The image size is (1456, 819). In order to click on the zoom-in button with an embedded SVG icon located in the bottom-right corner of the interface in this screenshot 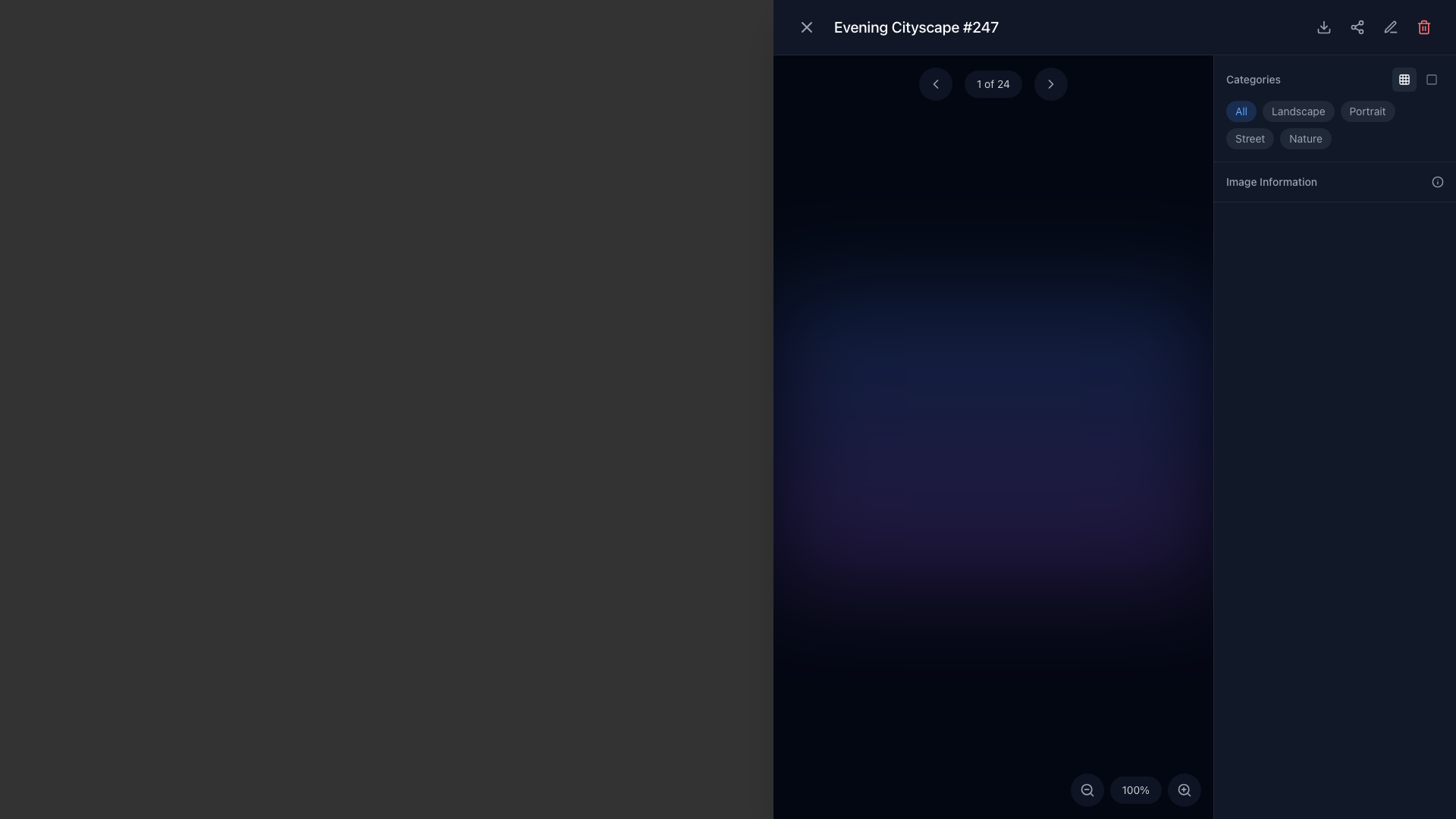, I will do `click(1183, 789)`.